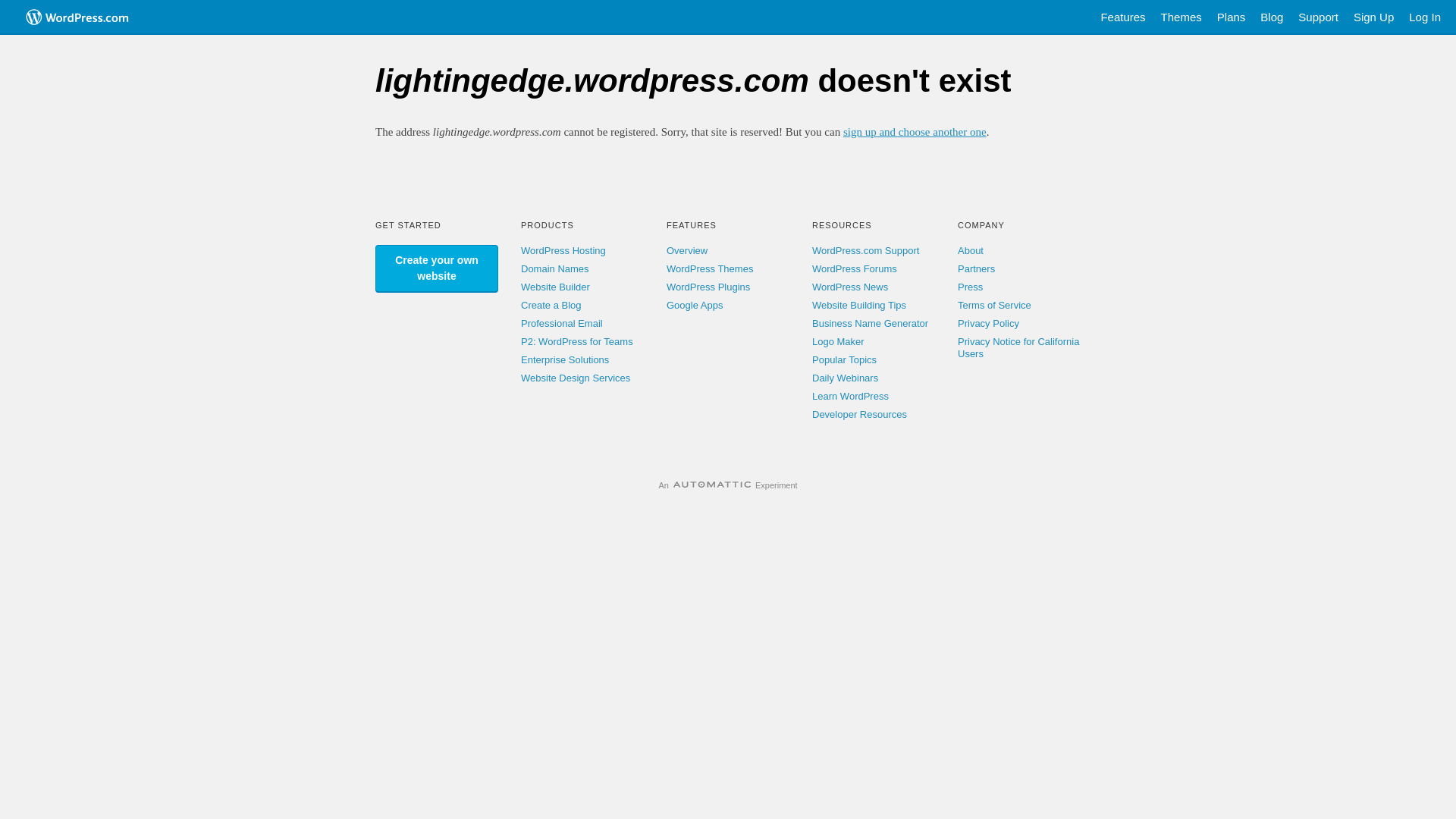 The height and width of the screenshot is (819, 1456). What do you see at coordinates (971, 249) in the screenshot?
I see `'About'` at bounding box center [971, 249].